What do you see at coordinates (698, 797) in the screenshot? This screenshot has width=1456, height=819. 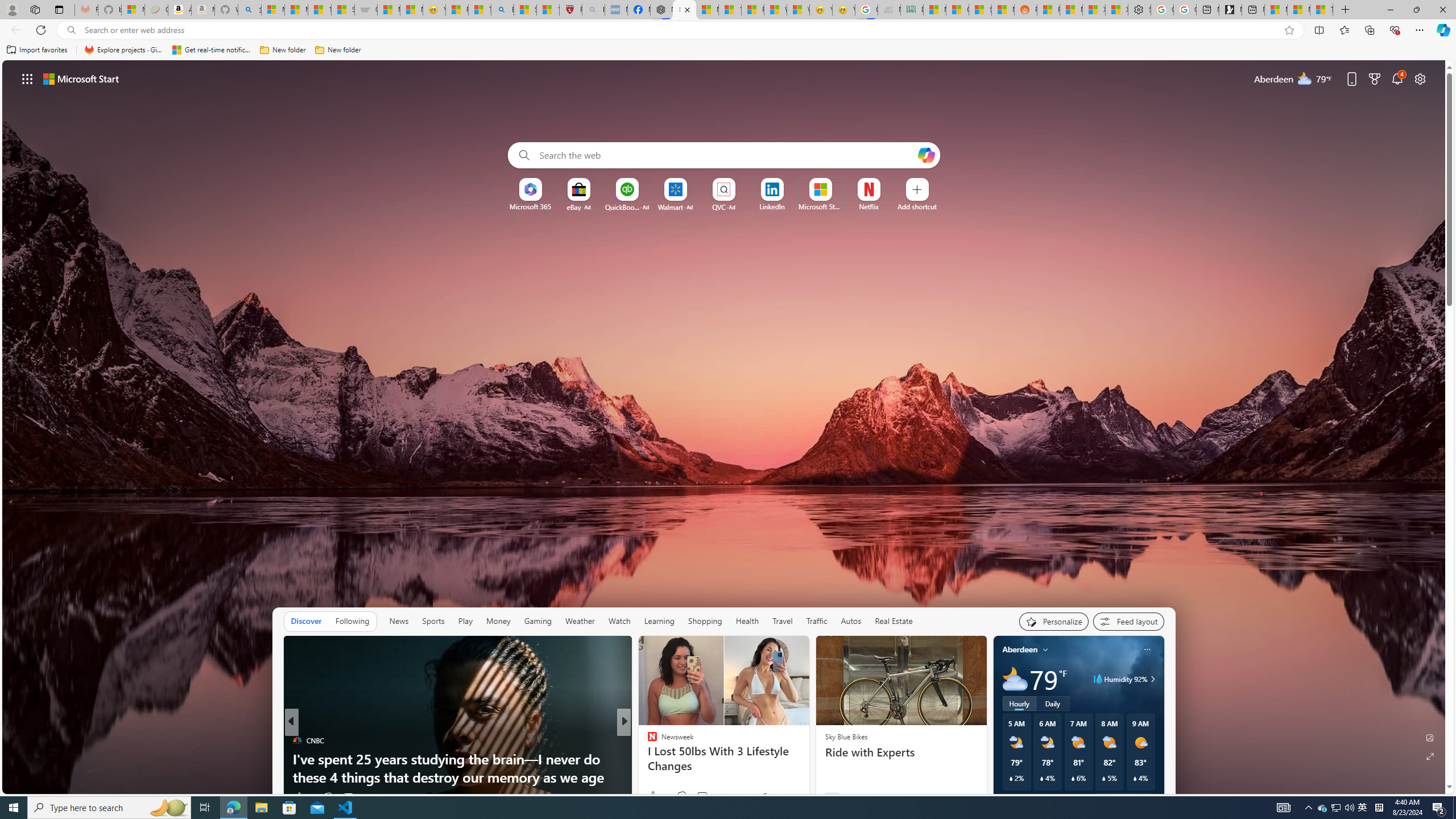 I see `'View comments 9 Comment'` at bounding box center [698, 797].